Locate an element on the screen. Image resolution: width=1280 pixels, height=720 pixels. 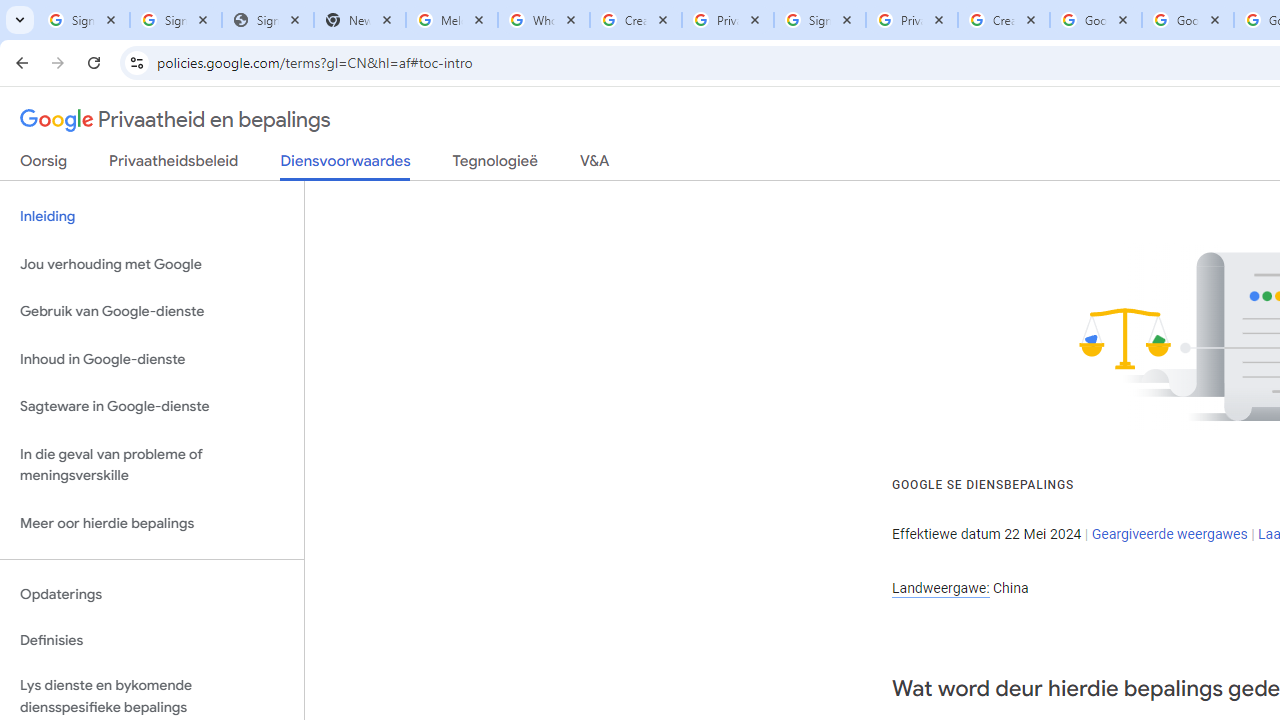
'Diensvoorwaardes' is located at coordinates (345, 165).